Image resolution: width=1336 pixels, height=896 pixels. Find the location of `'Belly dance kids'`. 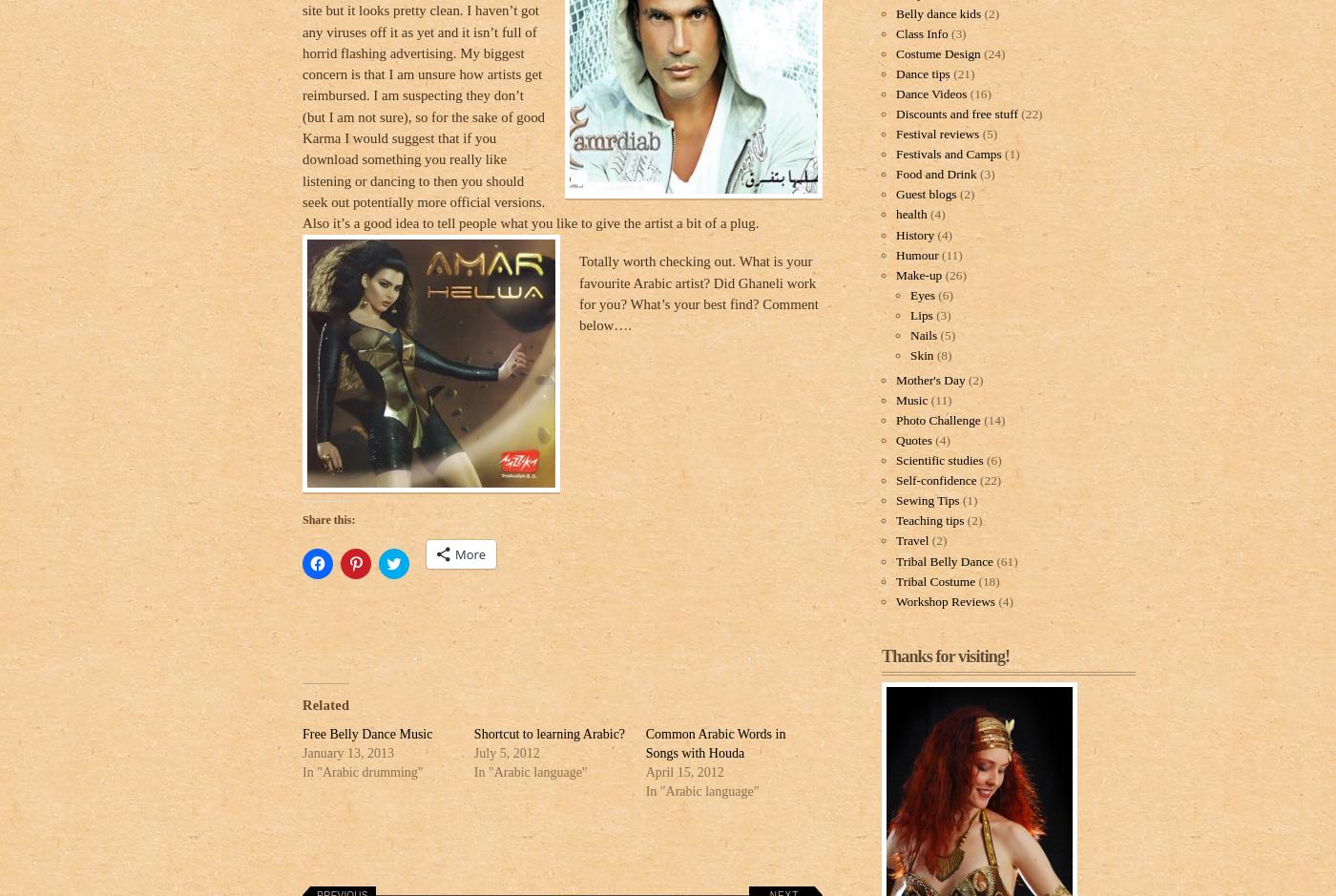

'Belly dance kids' is located at coordinates (938, 12).